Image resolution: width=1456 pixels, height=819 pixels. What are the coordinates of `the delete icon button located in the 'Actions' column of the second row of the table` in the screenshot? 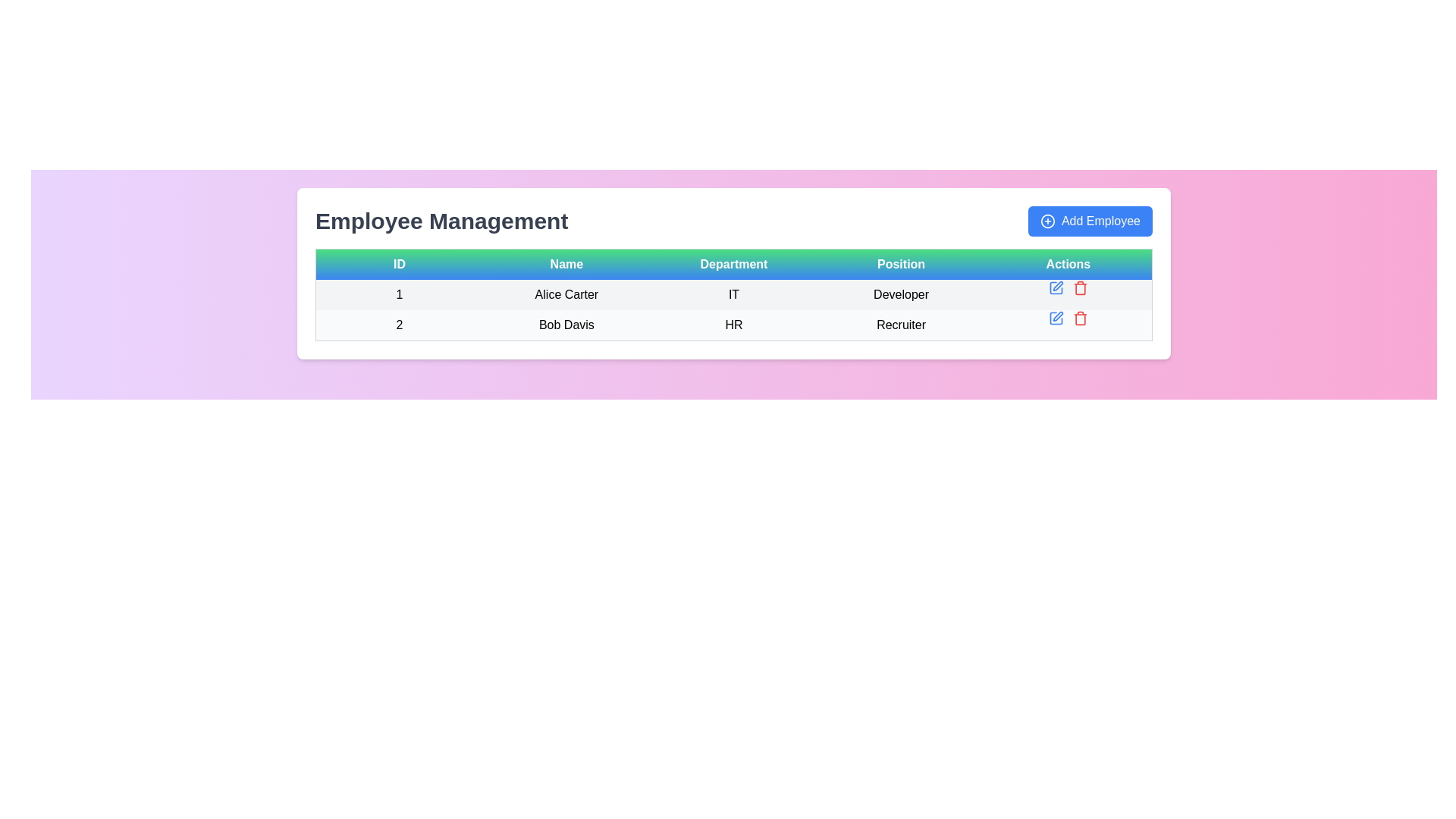 It's located at (1080, 318).